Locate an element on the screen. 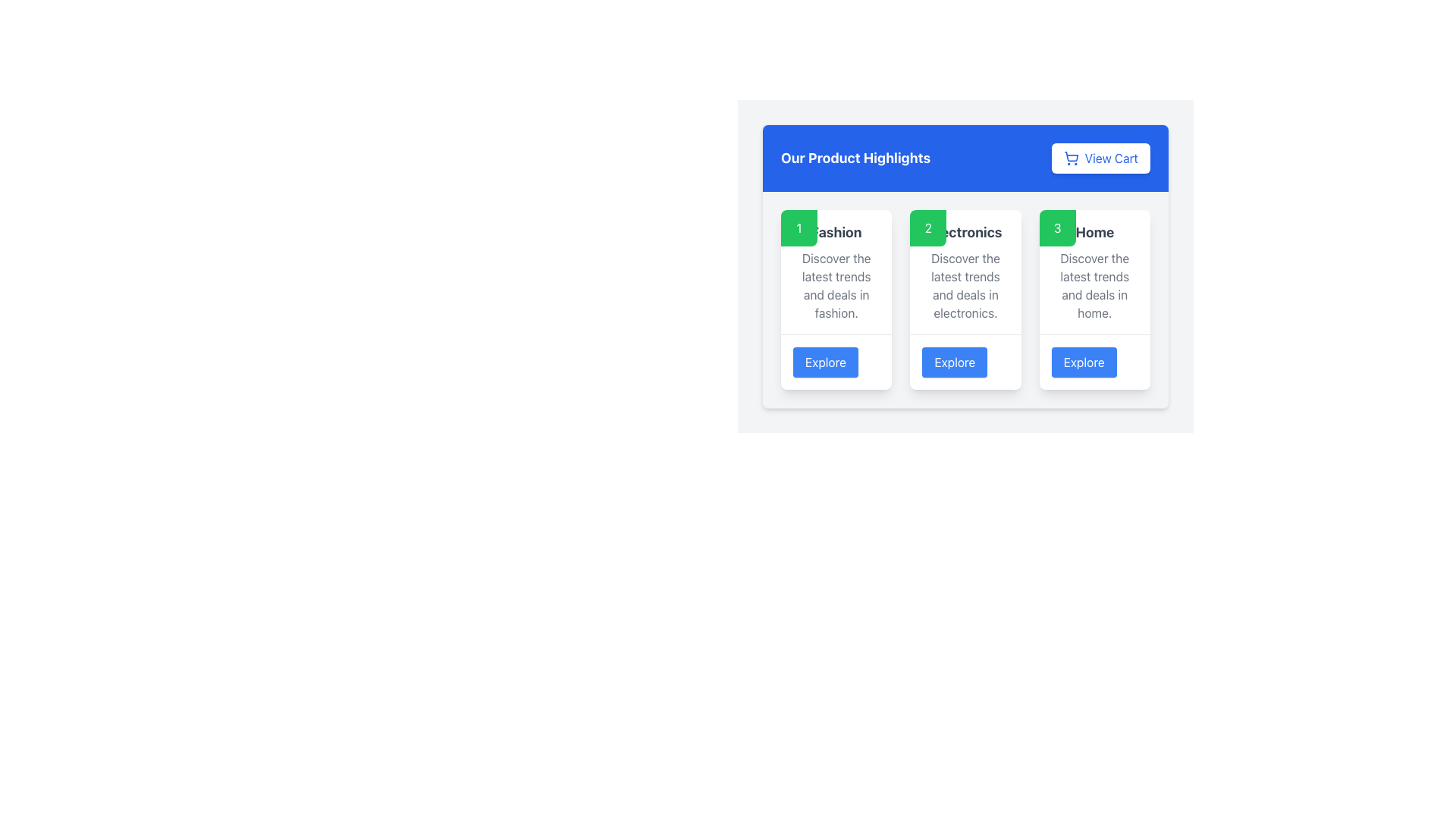 The image size is (1456, 819). the informational card content block titled 'Electronics', which features a bold heading and descriptive text, located in the center column of a three-column layout is located at coordinates (965, 271).